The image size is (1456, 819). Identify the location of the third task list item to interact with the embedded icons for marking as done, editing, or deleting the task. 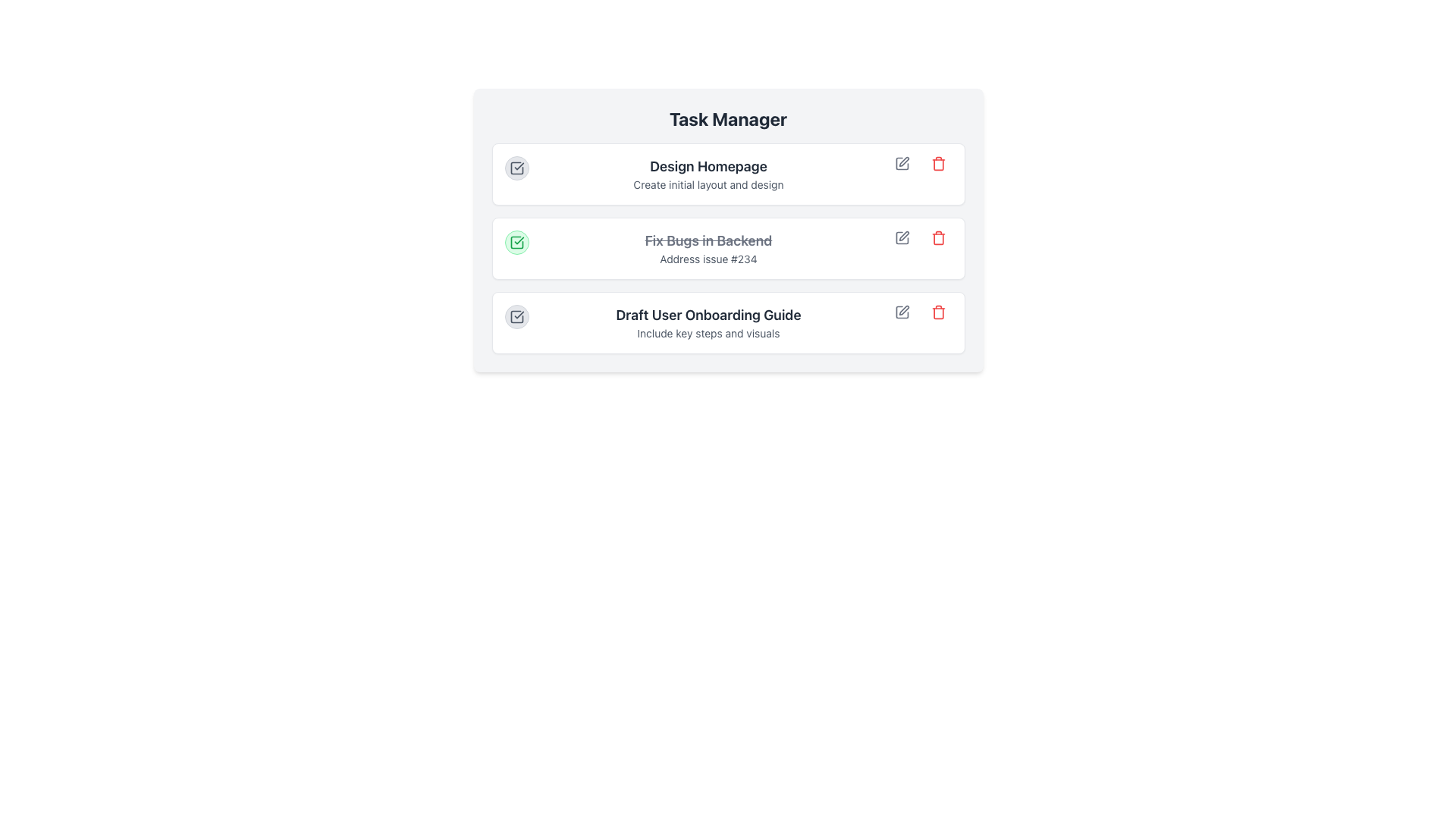
(728, 322).